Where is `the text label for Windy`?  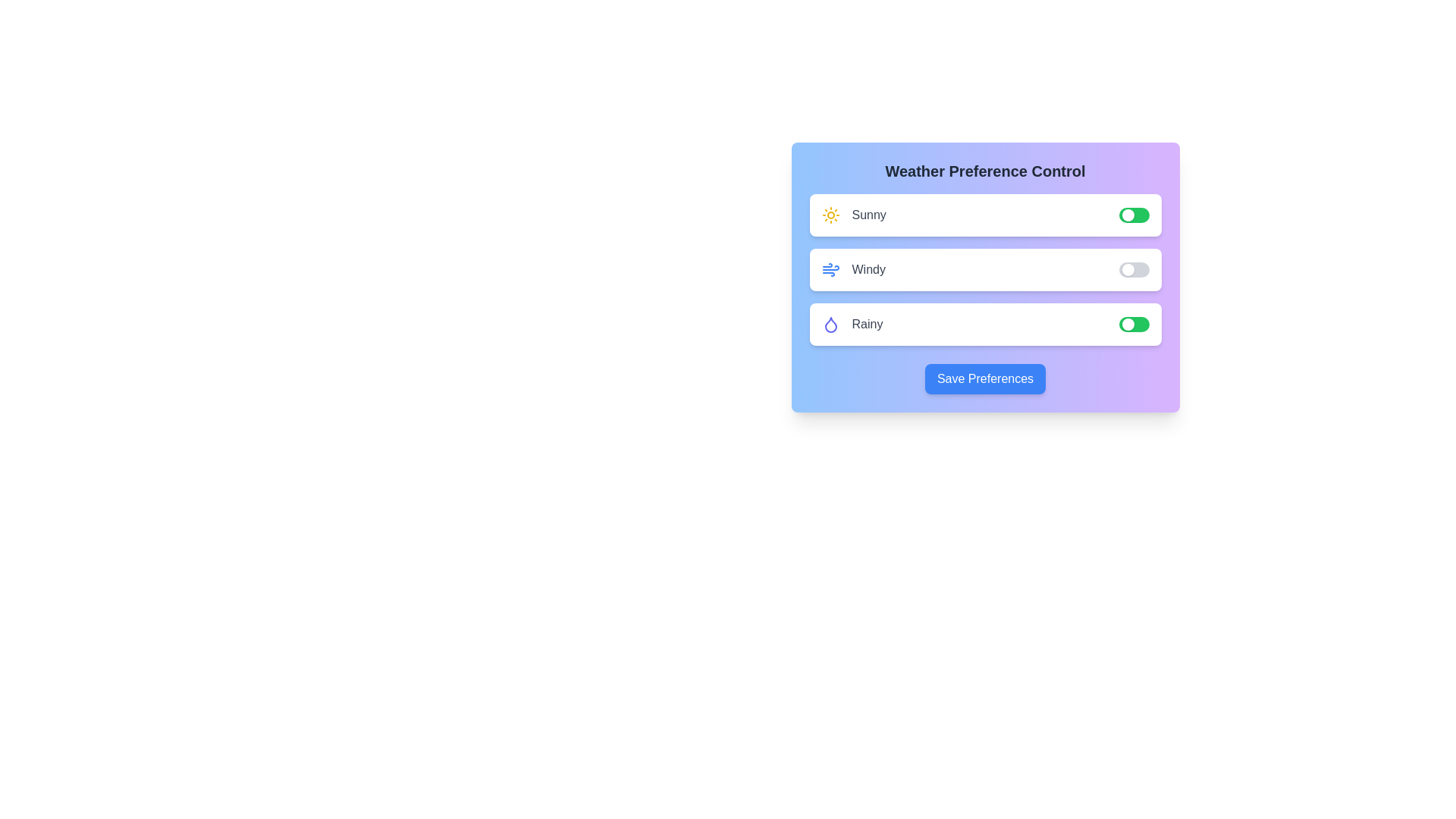 the text label for Windy is located at coordinates (852, 268).